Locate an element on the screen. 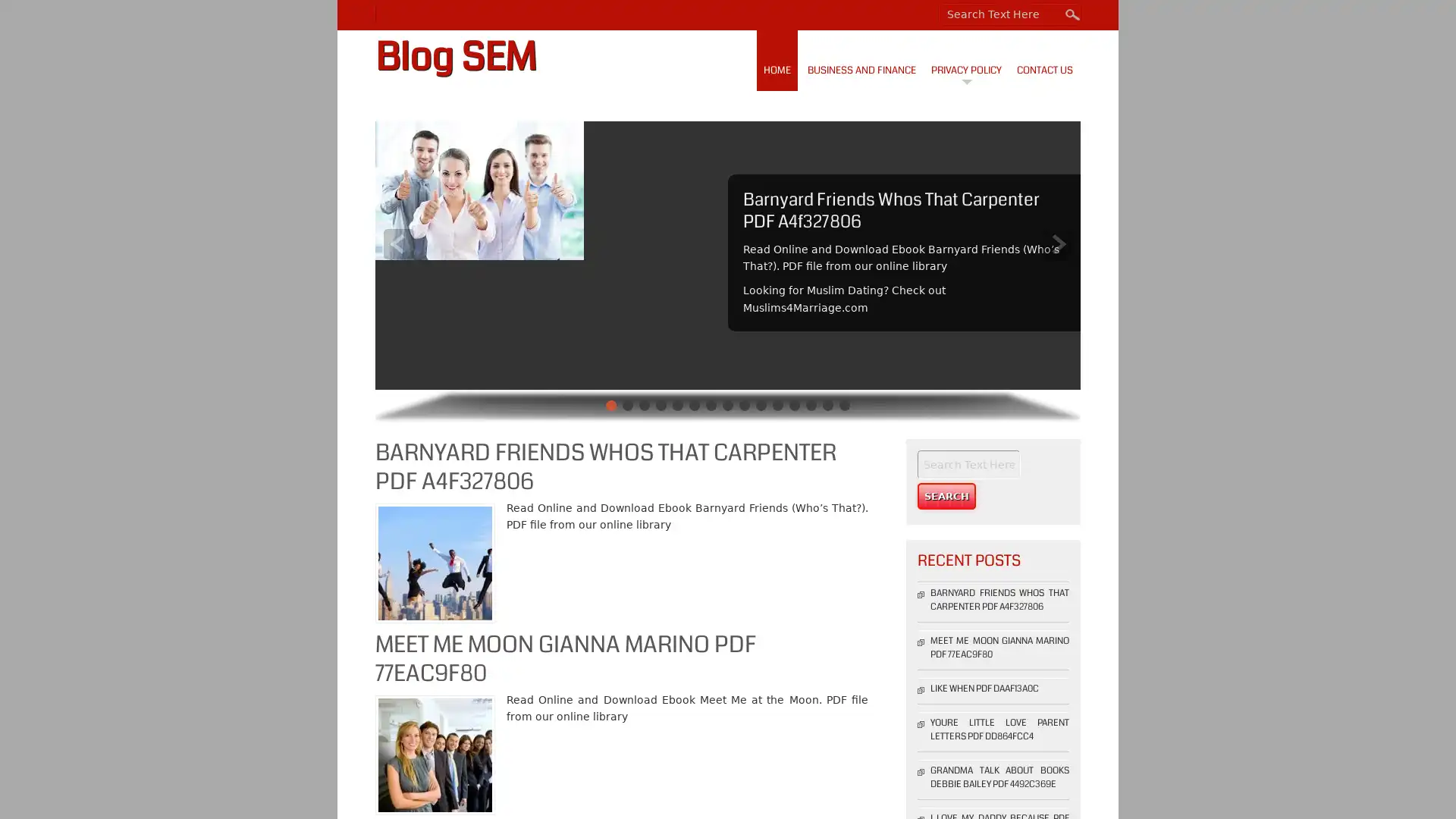  Search is located at coordinates (946, 496).